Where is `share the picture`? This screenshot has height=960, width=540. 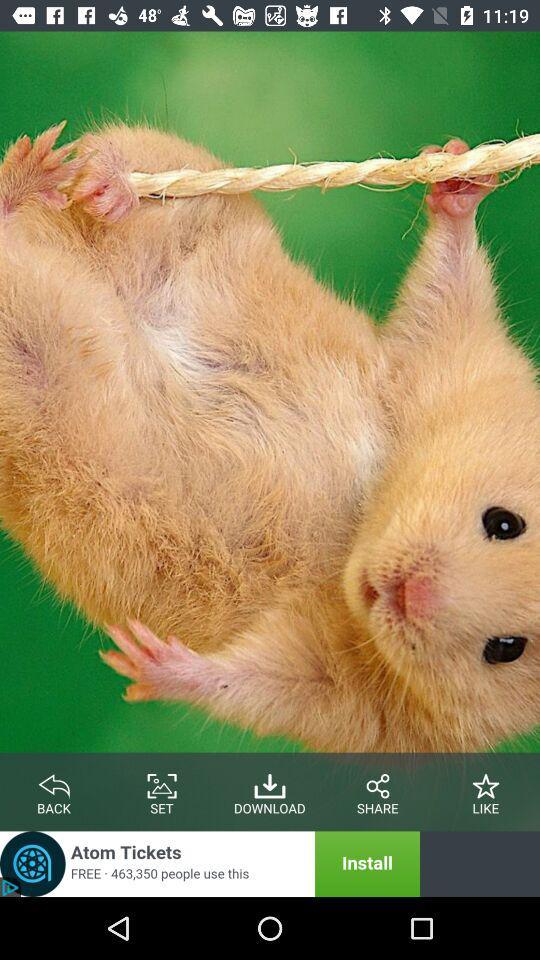 share the picture is located at coordinates (378, 782).